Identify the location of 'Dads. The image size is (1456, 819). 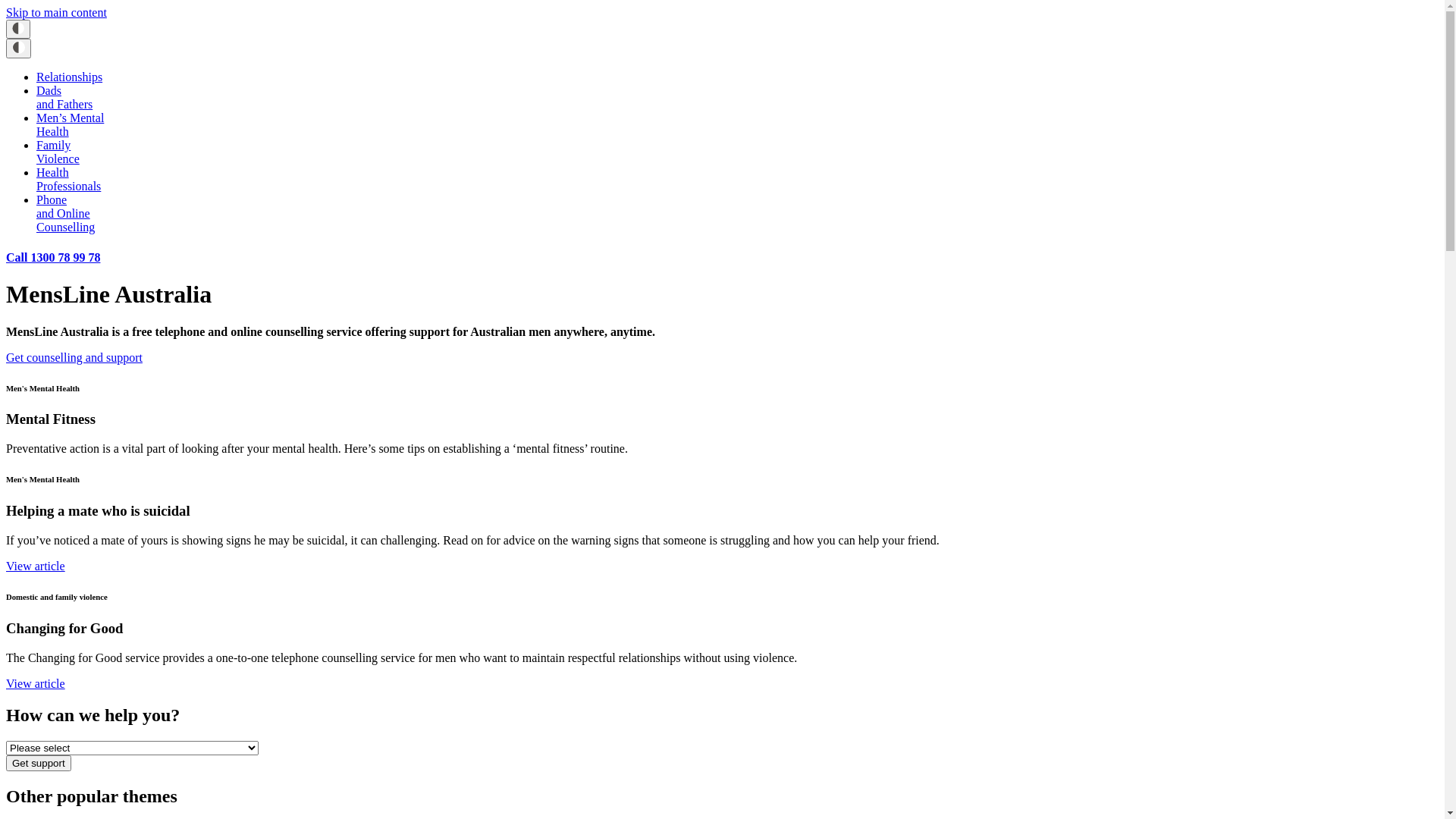
(64, 97).